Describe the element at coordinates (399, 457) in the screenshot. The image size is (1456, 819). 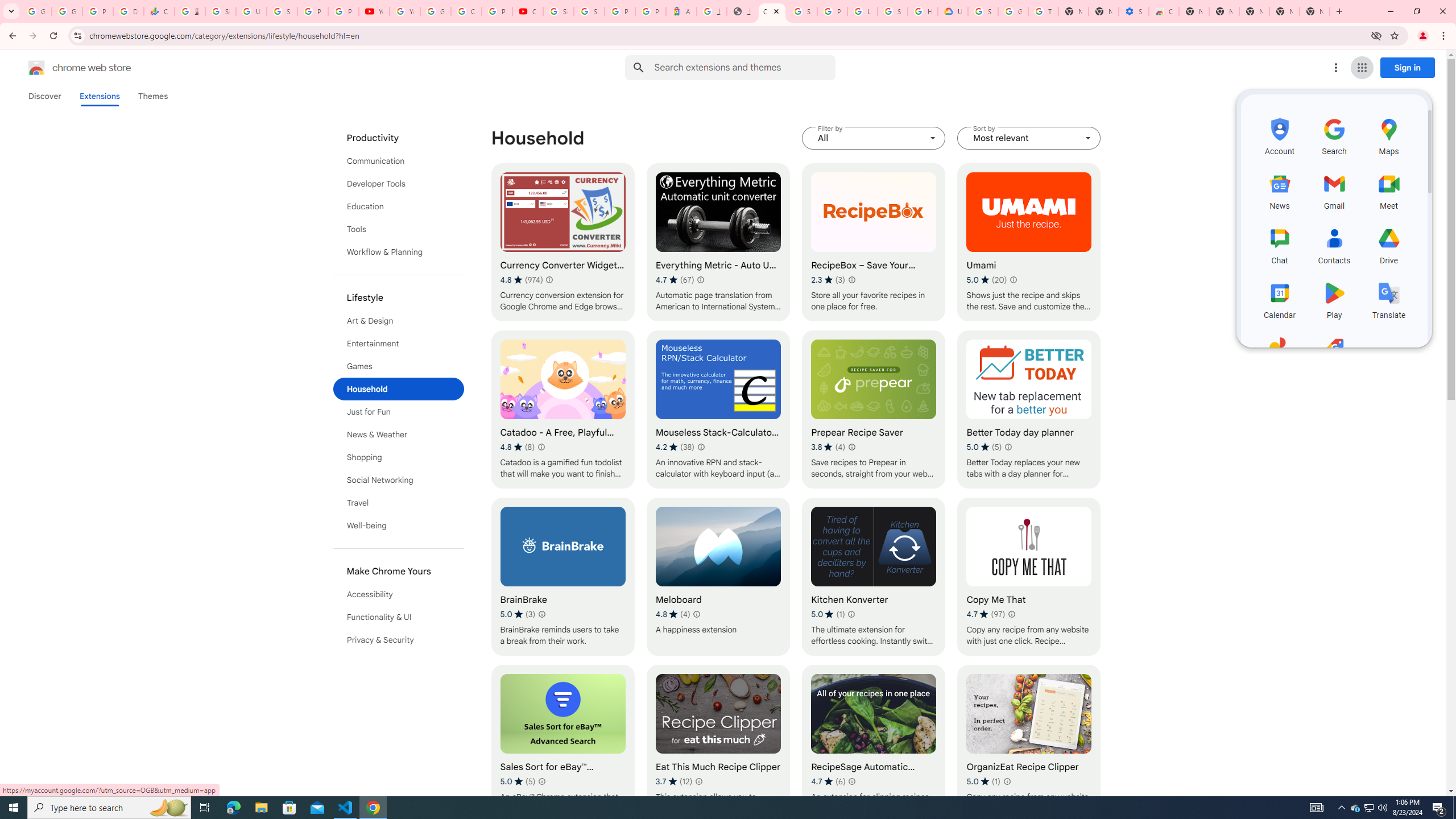
I see `'Shopping'` at that location.